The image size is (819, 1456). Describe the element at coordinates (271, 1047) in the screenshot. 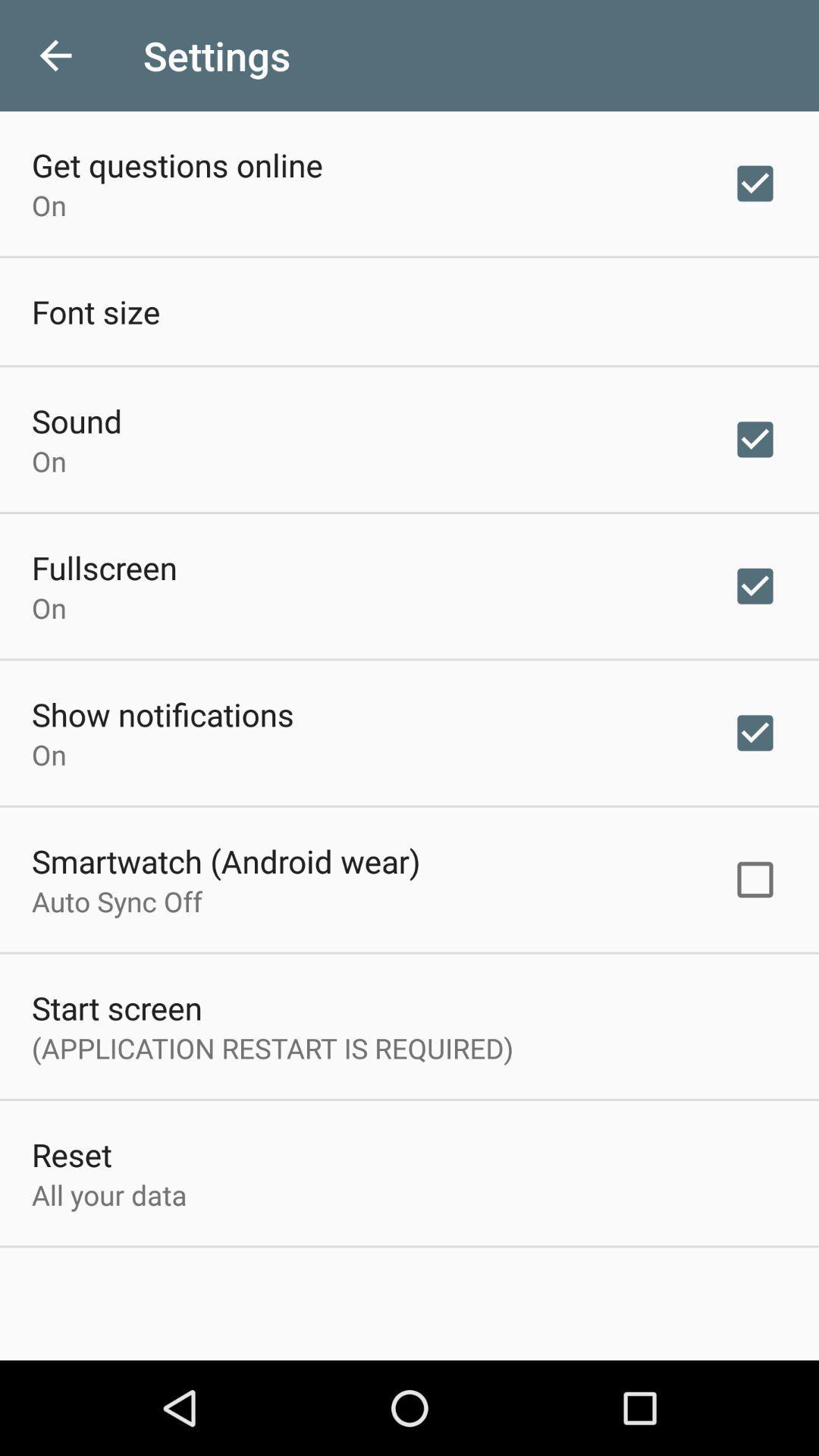

I see `application restart is` at that location.